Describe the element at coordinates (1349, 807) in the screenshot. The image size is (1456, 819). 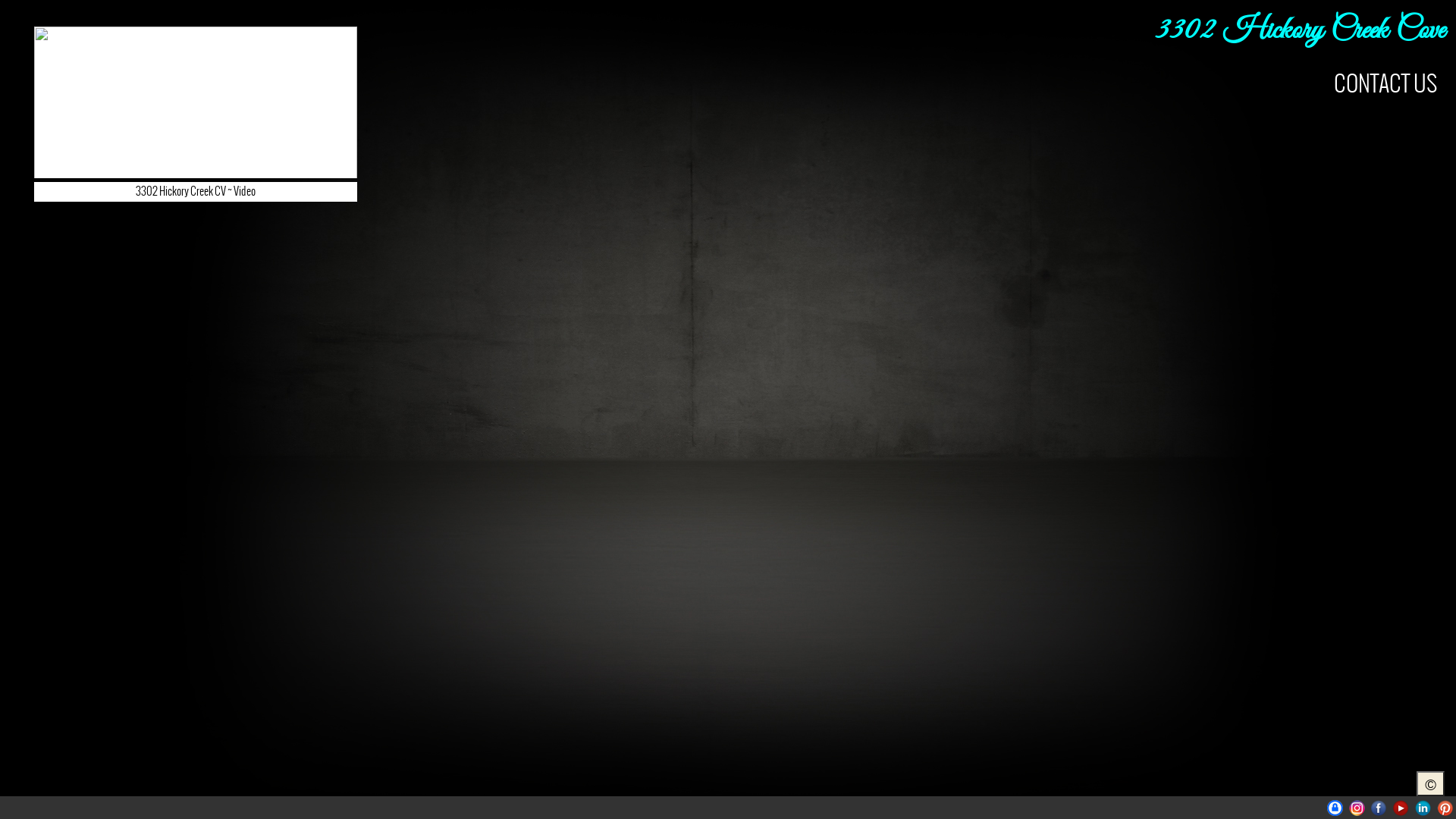
I see `'Instagram'` at that location.